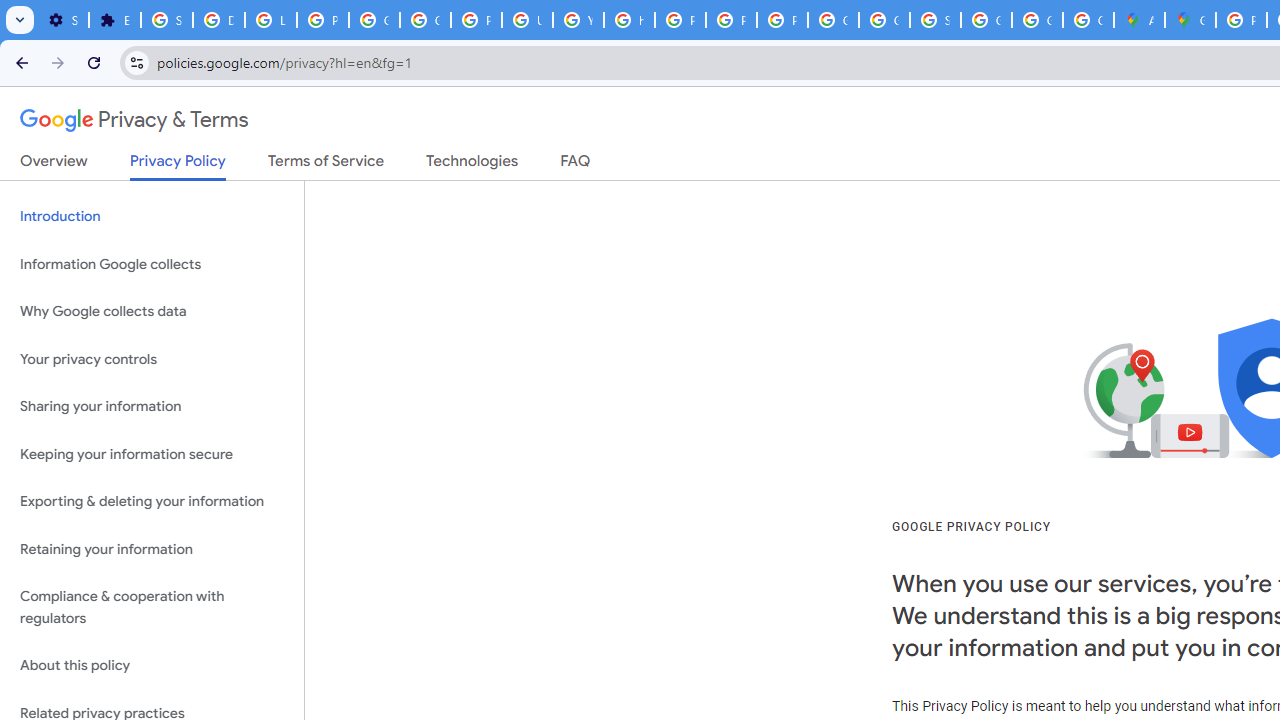  I want to click on 'Sharing your information', so click(151, 406).